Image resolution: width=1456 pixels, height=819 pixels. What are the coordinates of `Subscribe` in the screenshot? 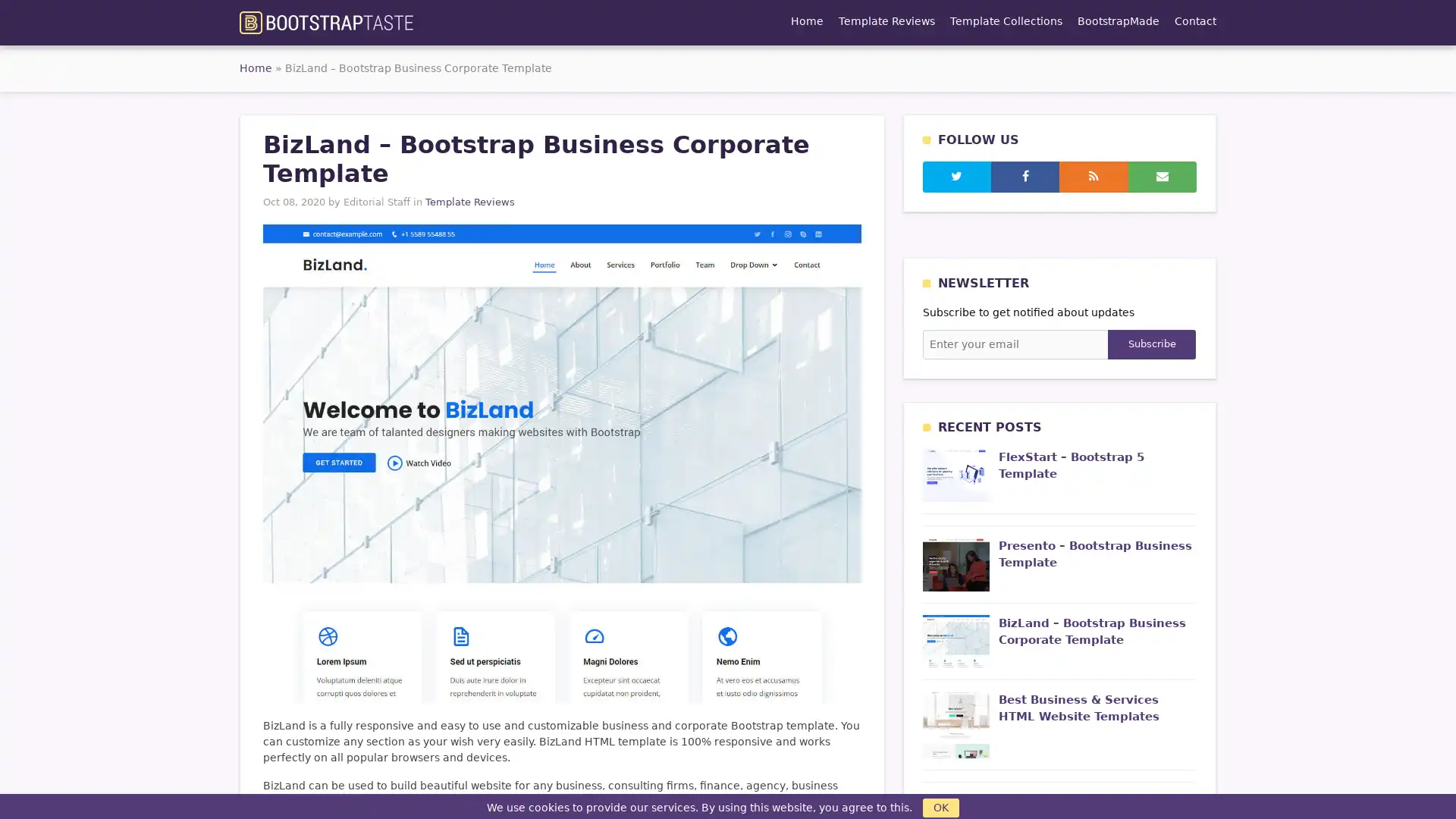 It's located at (1151, 344).